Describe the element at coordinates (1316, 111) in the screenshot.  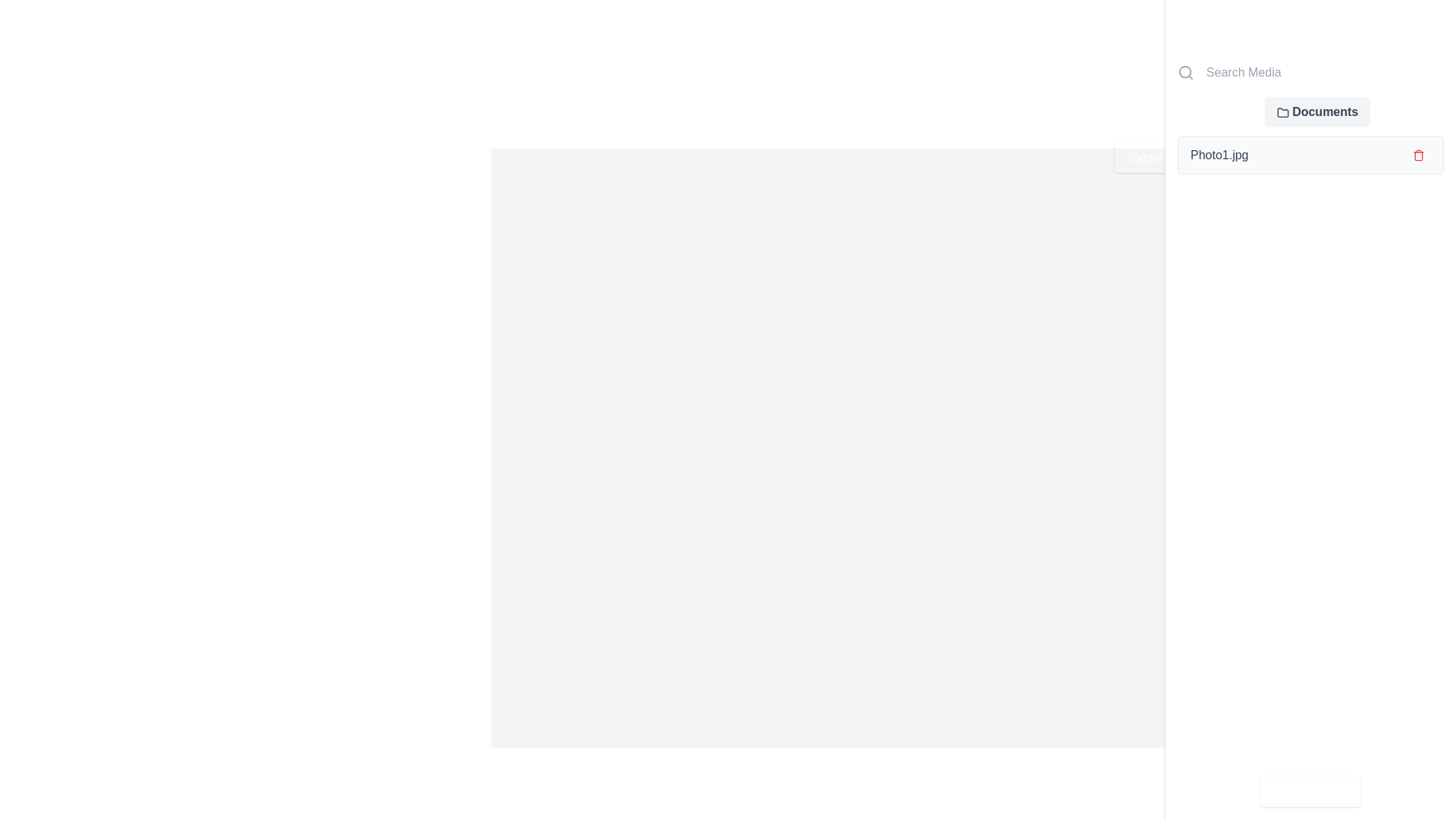
I see `the 'Documents' button located` at that location.